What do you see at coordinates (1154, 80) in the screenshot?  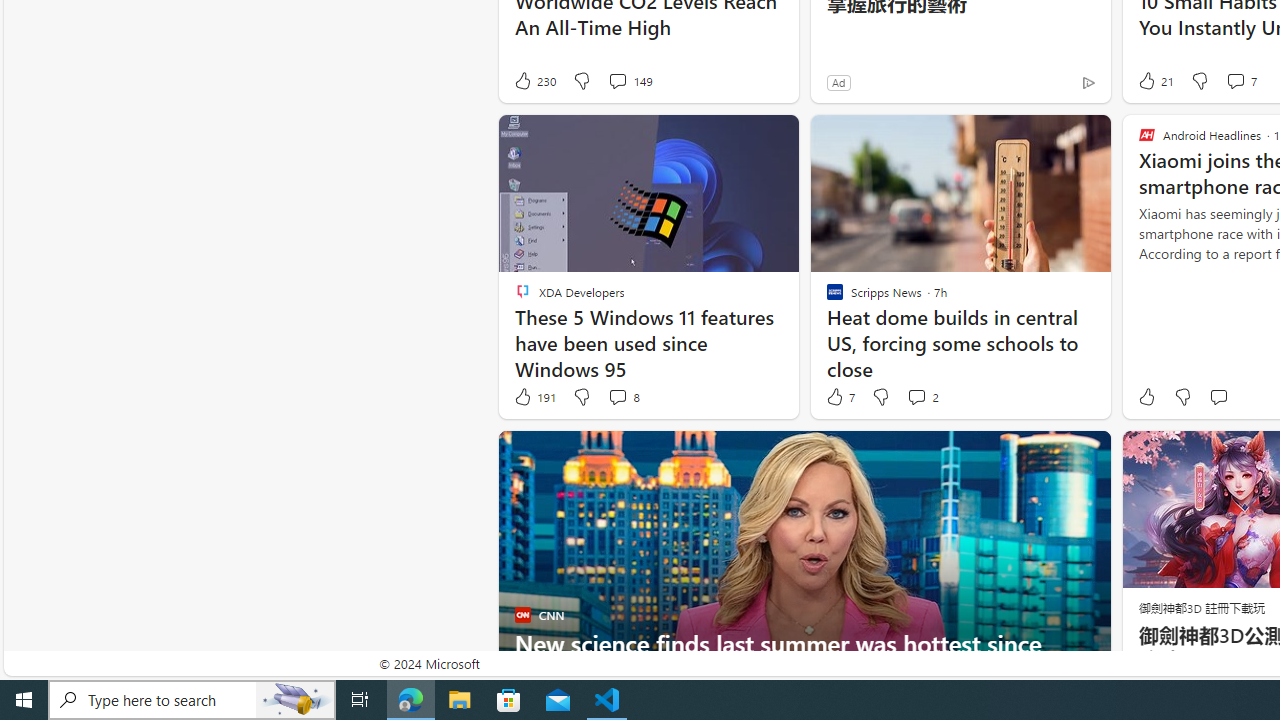 I see `'21 Like'` at bounding box center [1154, 80].